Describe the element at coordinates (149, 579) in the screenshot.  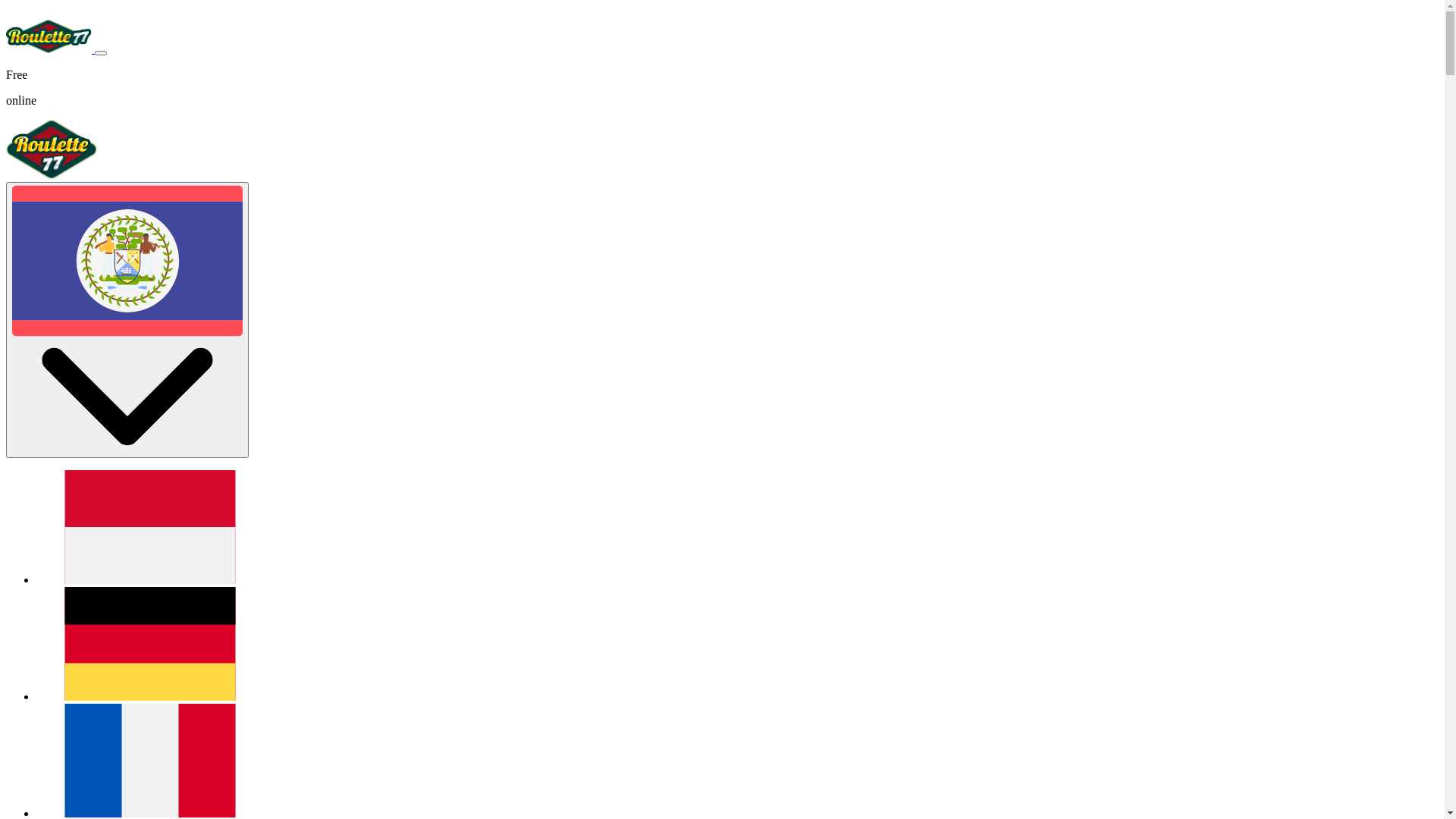
I see `'Roulette77 Indonesia / Bahasa Indonesia'` at that location.